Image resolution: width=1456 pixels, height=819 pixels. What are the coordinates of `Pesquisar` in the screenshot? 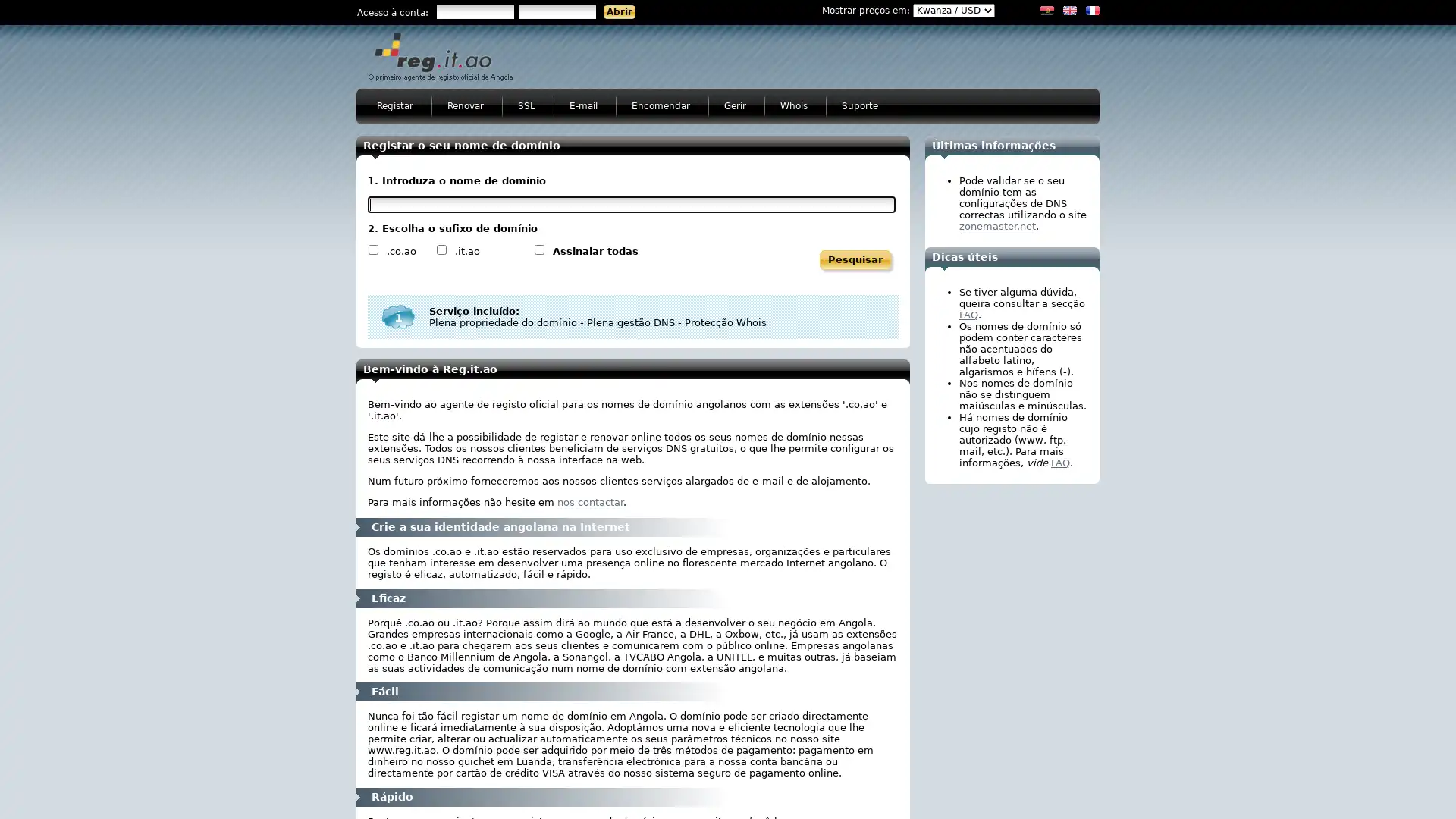 It's located at (855, 259).